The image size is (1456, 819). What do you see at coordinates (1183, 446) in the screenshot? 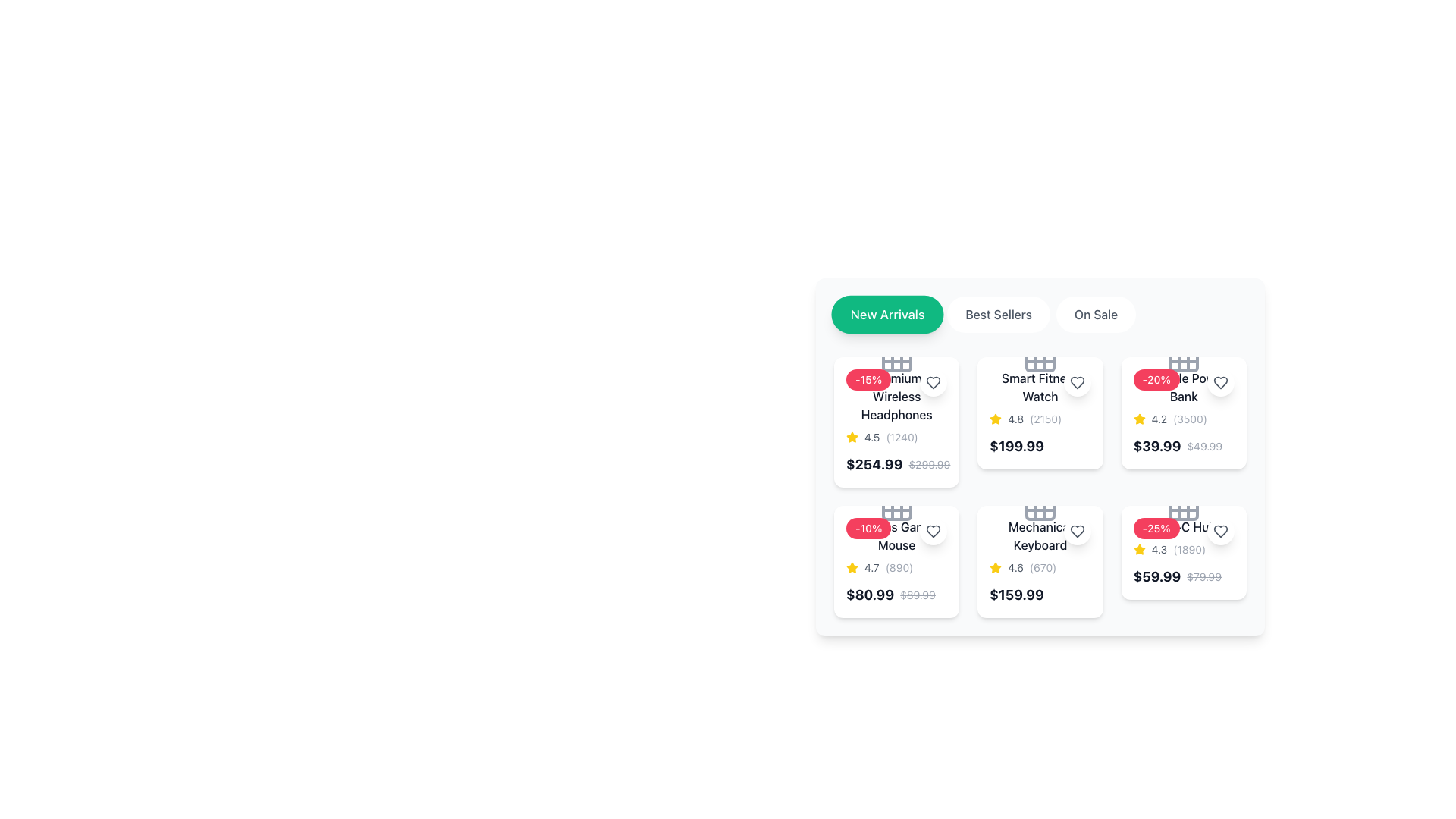
I see `the Price display element showing the current price of '39.99' USD and the original price of '49.99' USD with a discount indication, located under the product title 'Portable Power Bank'` at bounding box center [1183, 446].